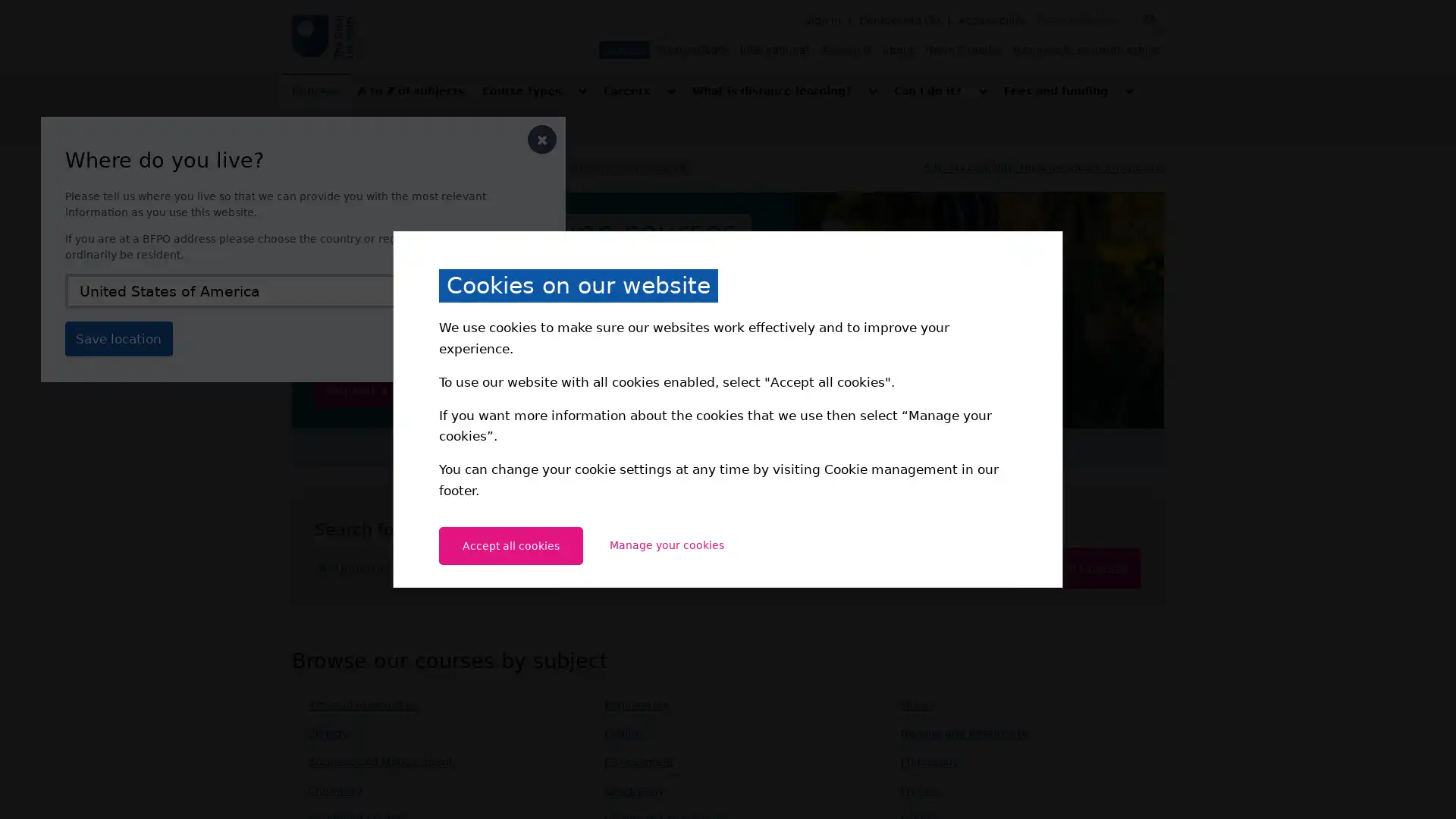  I want to click on Manage your cookies, so click(666, 544).